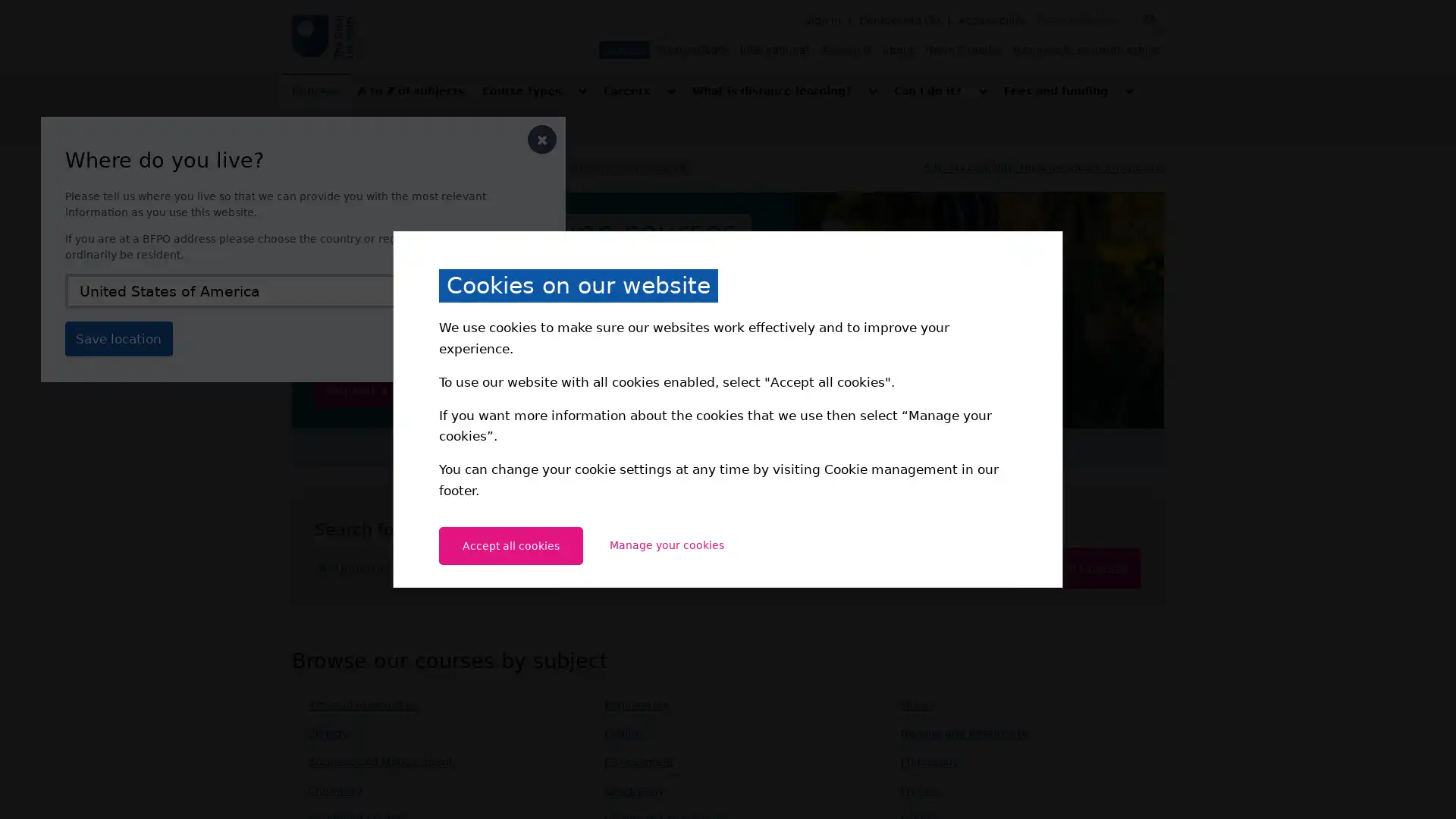  I want to click on Manage your cookies, so click(666, 544).